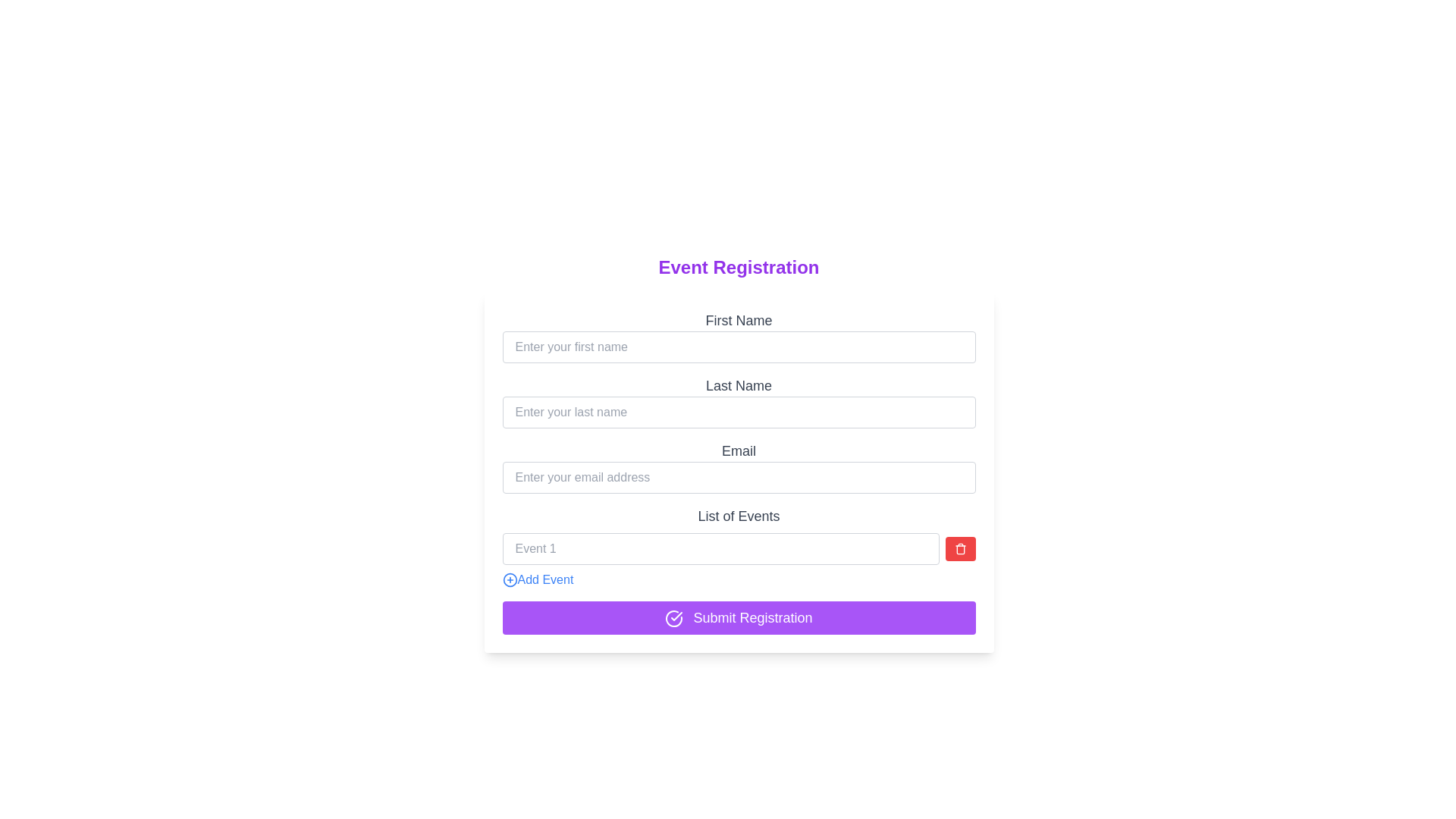 The image size is (1456, 819). I want to click on the addition icon located below the 'List of Events' text input, next to the 'Add Event' label, so click(510, 579).